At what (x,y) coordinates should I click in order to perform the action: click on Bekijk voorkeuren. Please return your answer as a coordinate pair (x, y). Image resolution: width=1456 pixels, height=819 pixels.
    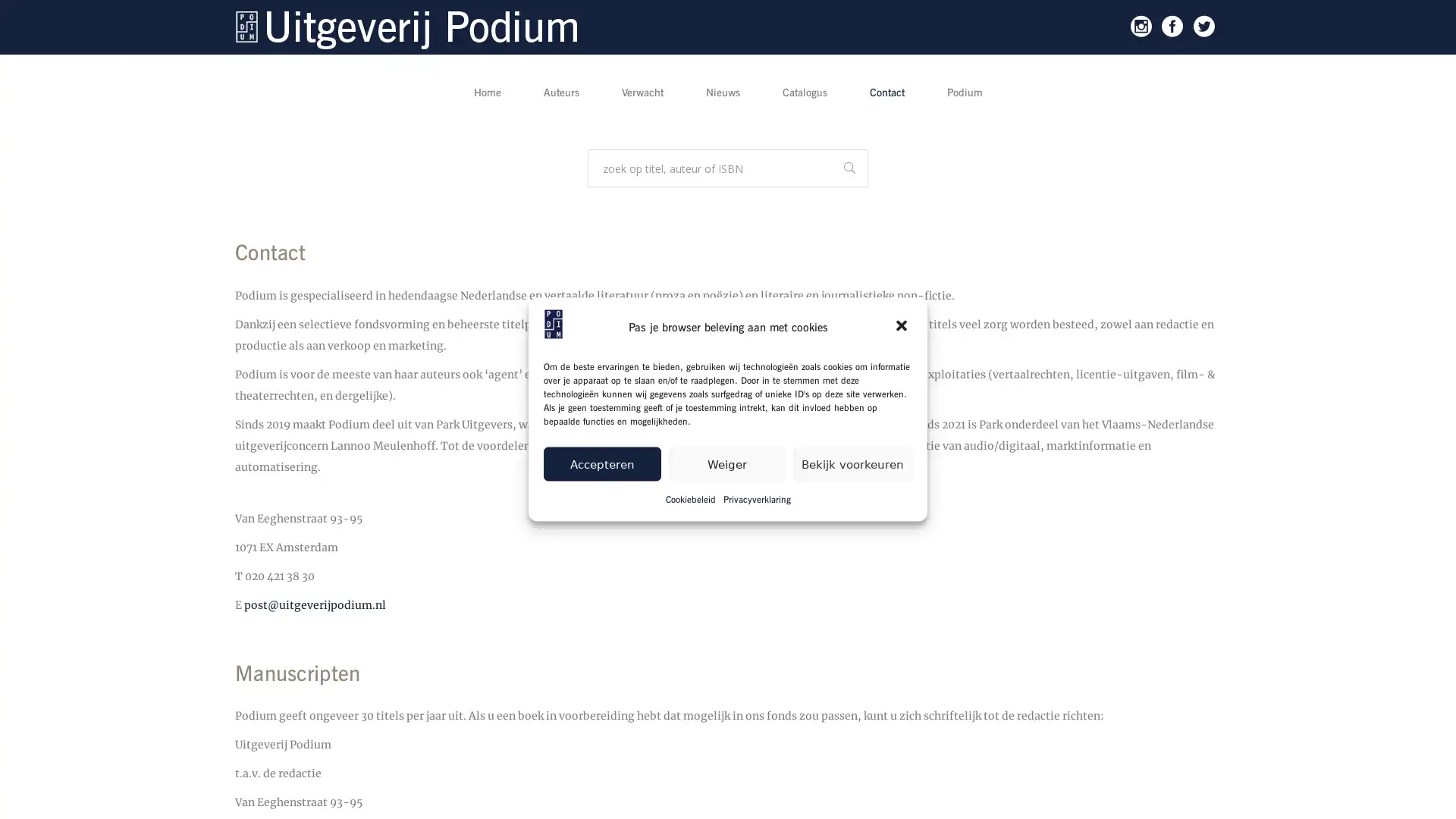
    Looking at the image, I should click on (852, 463).